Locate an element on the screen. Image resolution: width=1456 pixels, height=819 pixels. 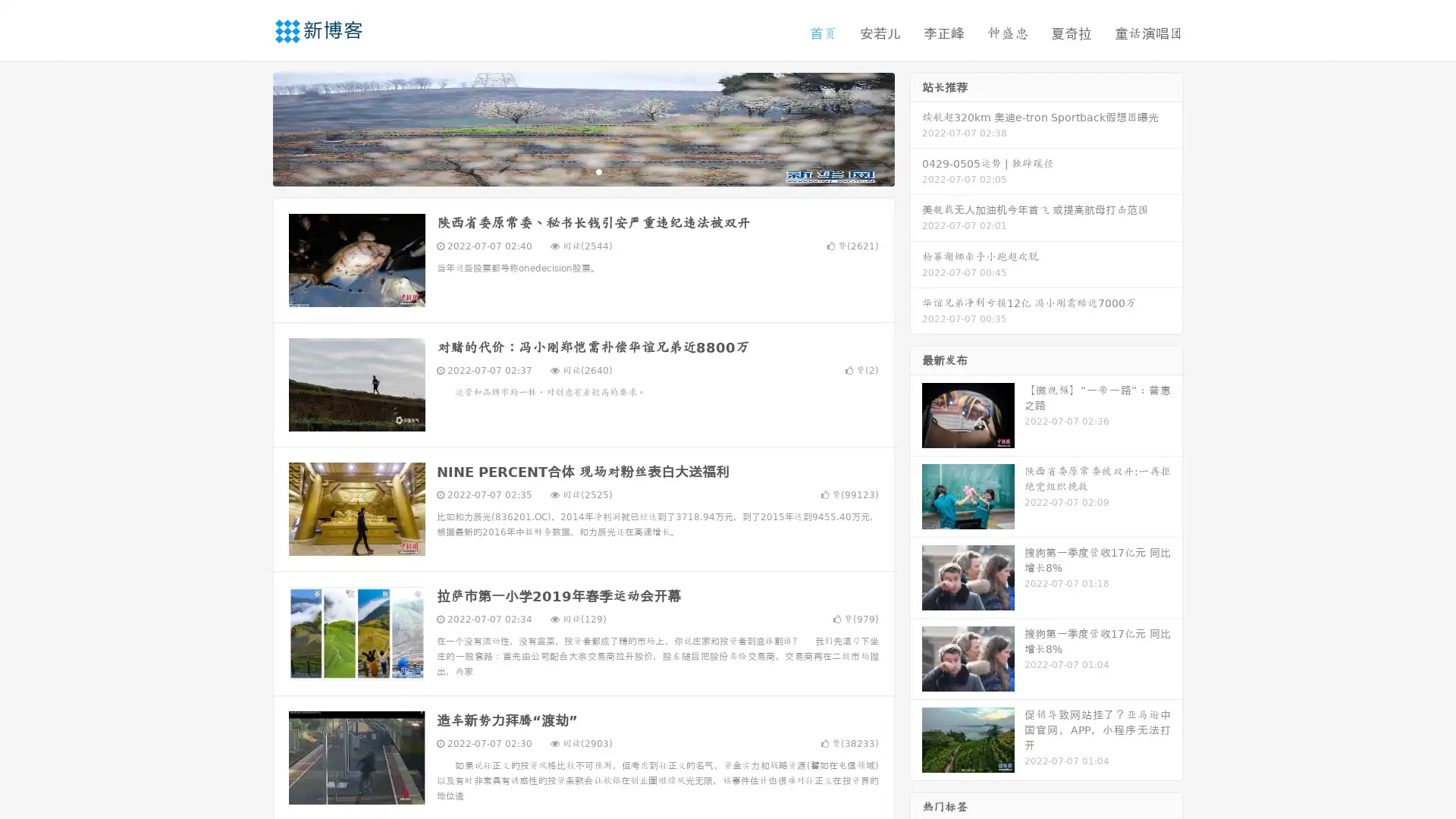
Go to slide 1 is located at coordinates (567, 171).